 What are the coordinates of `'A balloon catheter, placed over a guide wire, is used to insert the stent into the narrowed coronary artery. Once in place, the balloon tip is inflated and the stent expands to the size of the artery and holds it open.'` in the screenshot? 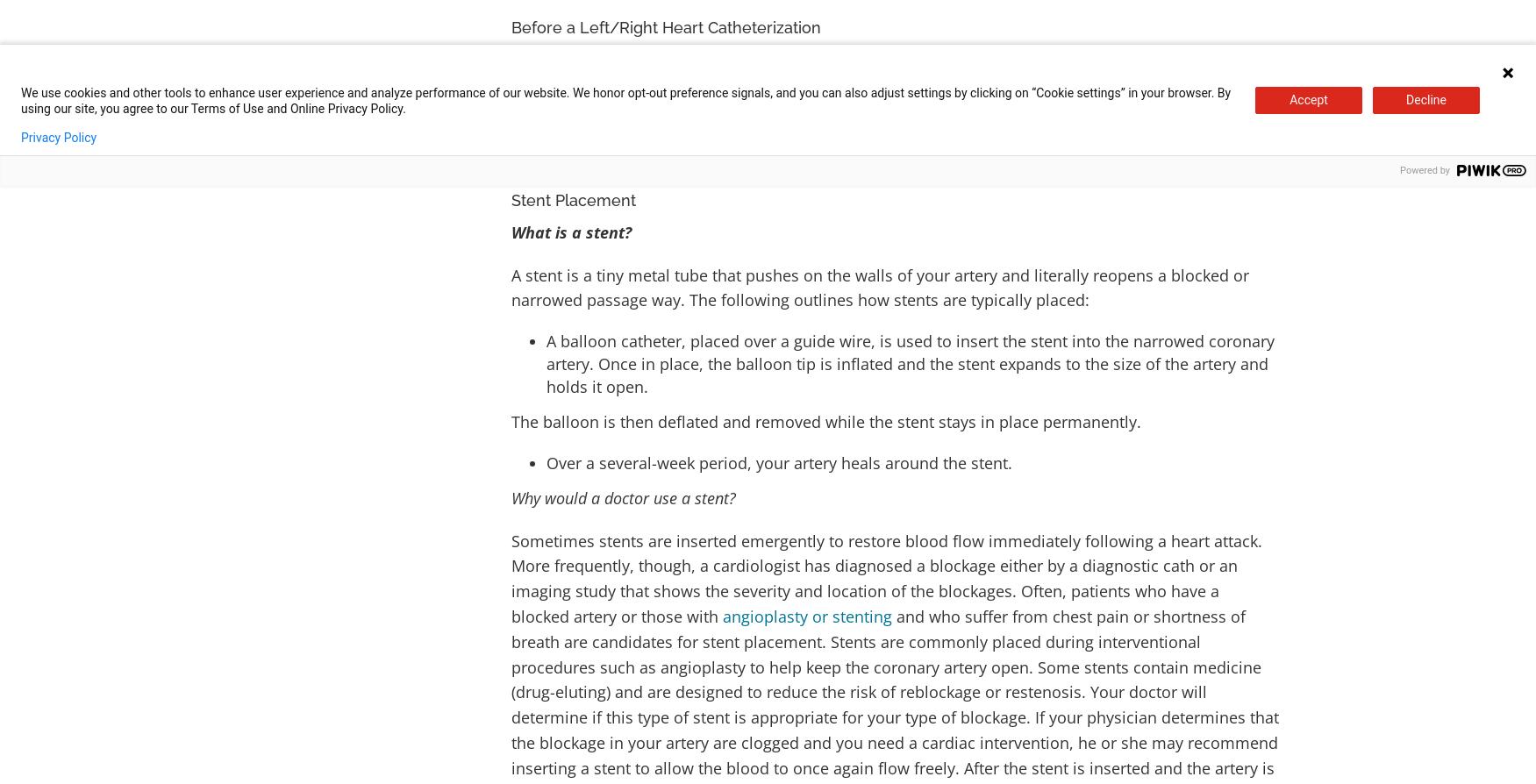 It's located at (909, 362).